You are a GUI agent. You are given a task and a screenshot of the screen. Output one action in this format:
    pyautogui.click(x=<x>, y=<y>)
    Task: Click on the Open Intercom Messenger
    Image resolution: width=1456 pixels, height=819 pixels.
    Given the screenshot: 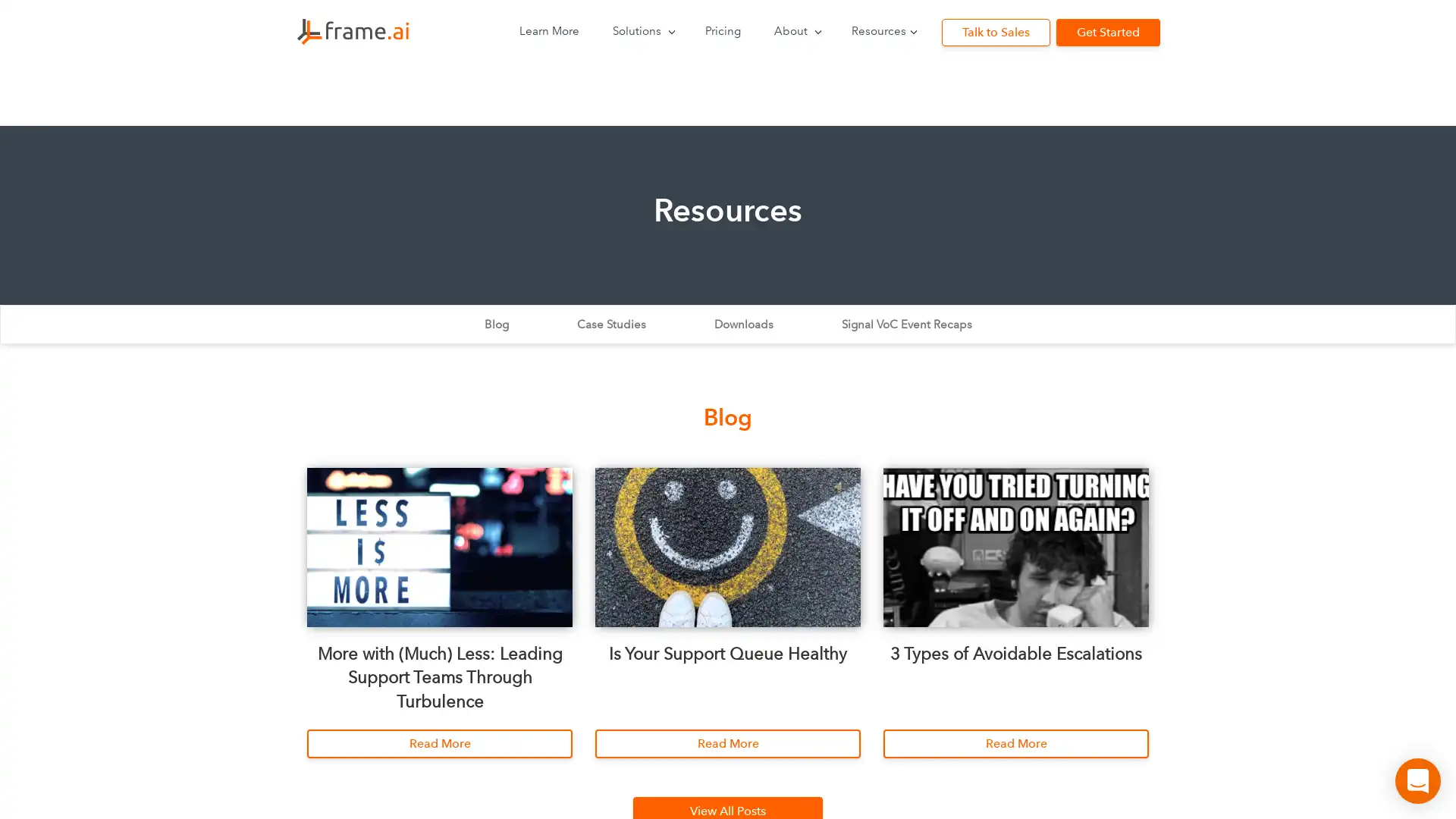 What is the action you would take?
    pyautogui.click(x=1417, y=780)
    